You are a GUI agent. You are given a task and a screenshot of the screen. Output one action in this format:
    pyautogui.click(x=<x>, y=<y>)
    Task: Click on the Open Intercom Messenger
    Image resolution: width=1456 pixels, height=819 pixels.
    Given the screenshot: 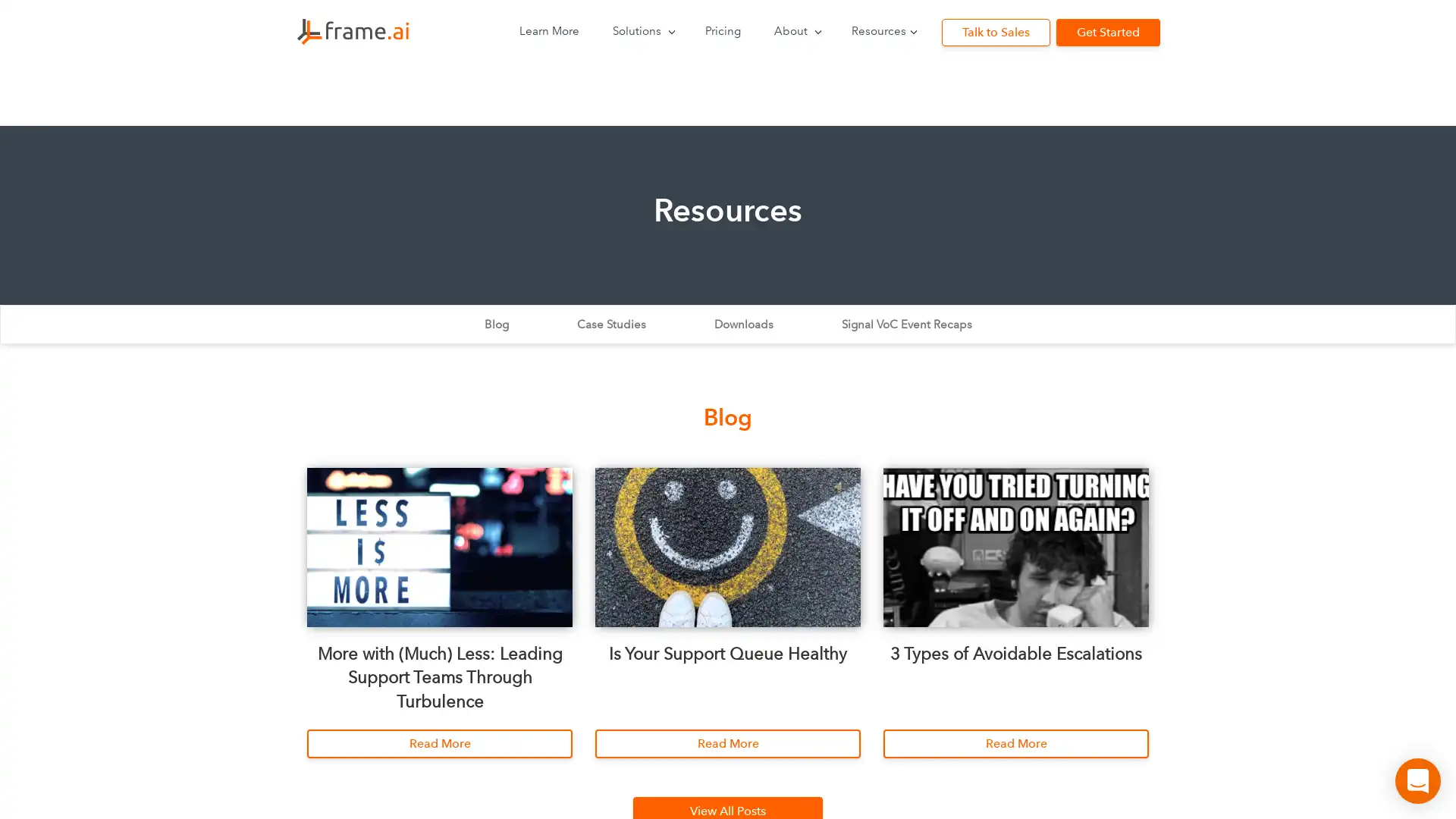 What is the action you would take?
    pyautogui.click(x=1417, y=780)
    